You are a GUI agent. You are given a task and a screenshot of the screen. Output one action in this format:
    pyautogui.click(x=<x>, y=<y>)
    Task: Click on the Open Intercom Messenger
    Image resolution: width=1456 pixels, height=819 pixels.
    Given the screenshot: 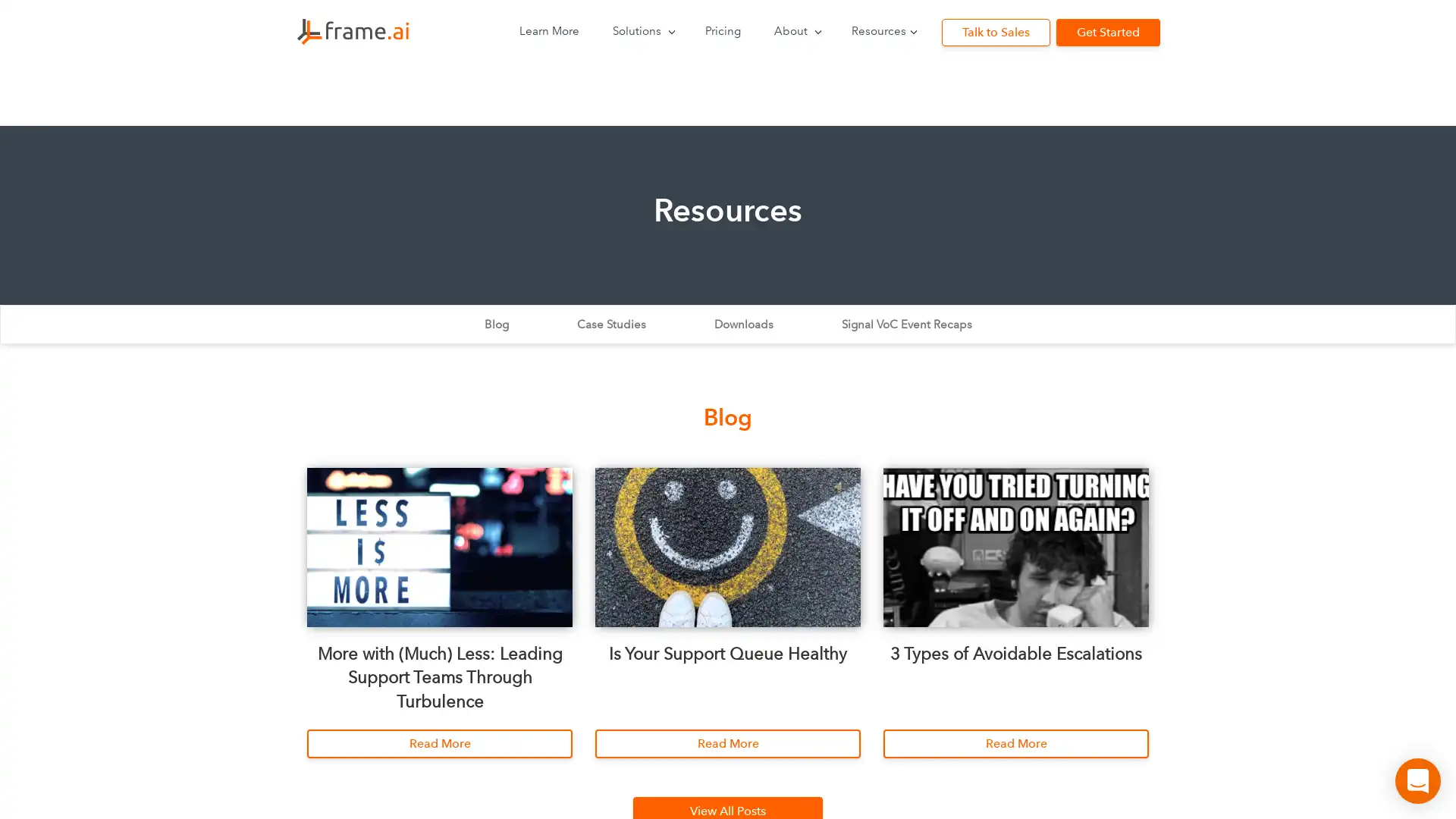 What is the action you would take?
    pyautogui.click(x=1417, y=780)
    